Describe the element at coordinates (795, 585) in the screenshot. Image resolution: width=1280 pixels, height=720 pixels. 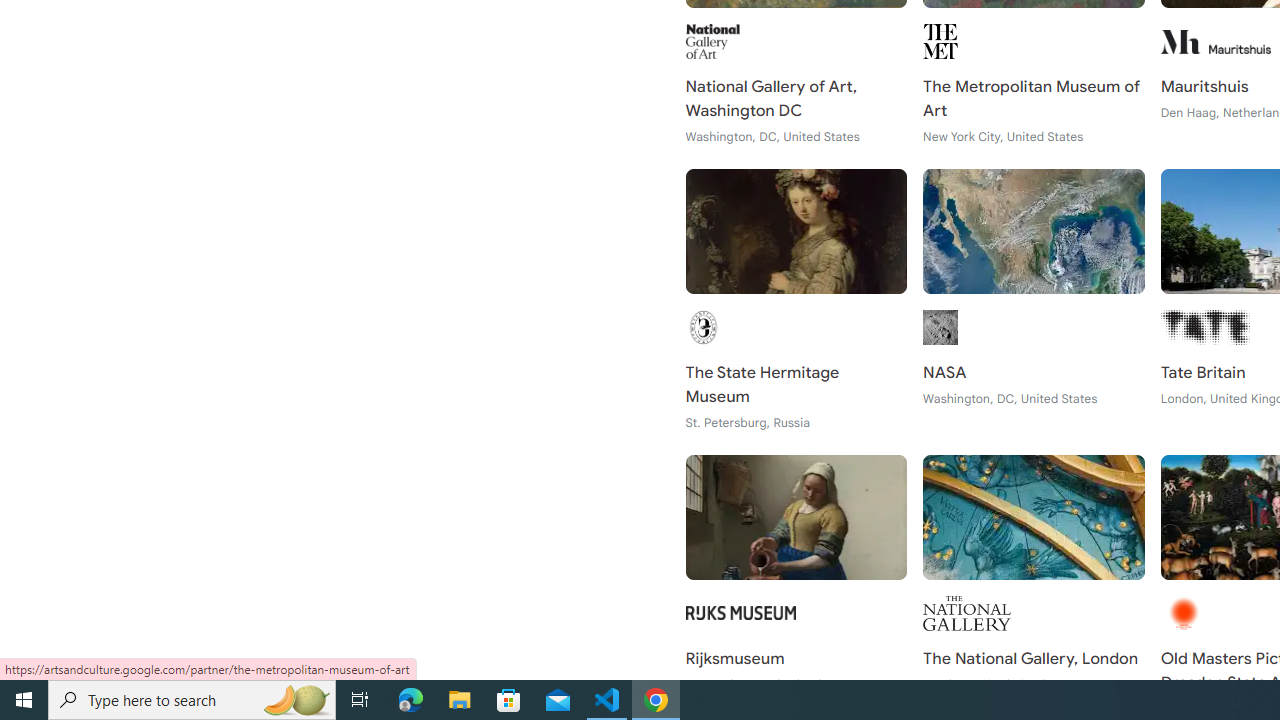
I see `'Rijksmuseum Amsterdam, Netherlands'` at that location.